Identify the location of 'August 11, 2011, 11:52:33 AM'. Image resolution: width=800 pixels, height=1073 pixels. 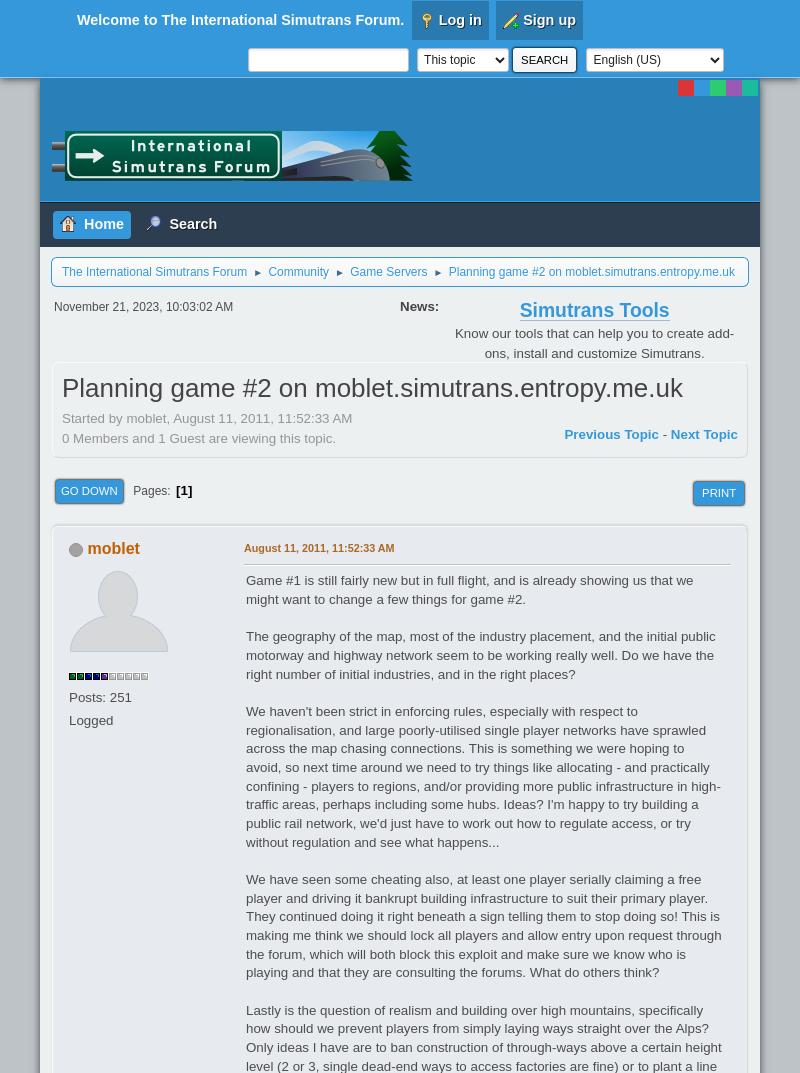
(317, 547).